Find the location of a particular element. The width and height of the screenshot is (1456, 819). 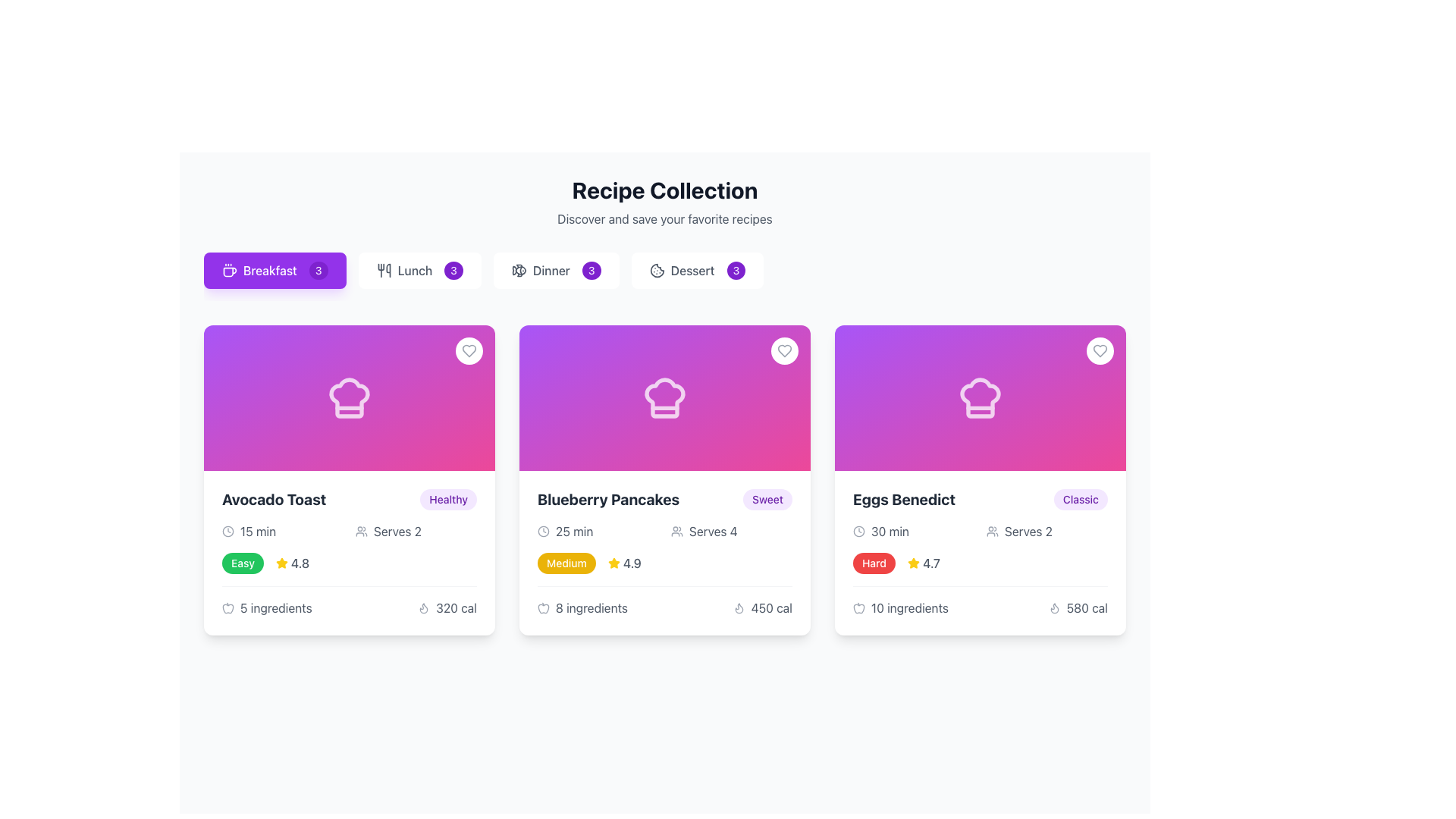

the clock icon that indicates a time duration of '15 min', which is located at the bottom-left corner of the 'Avocado Toast' recipe card is located at coordinates (227, 531).